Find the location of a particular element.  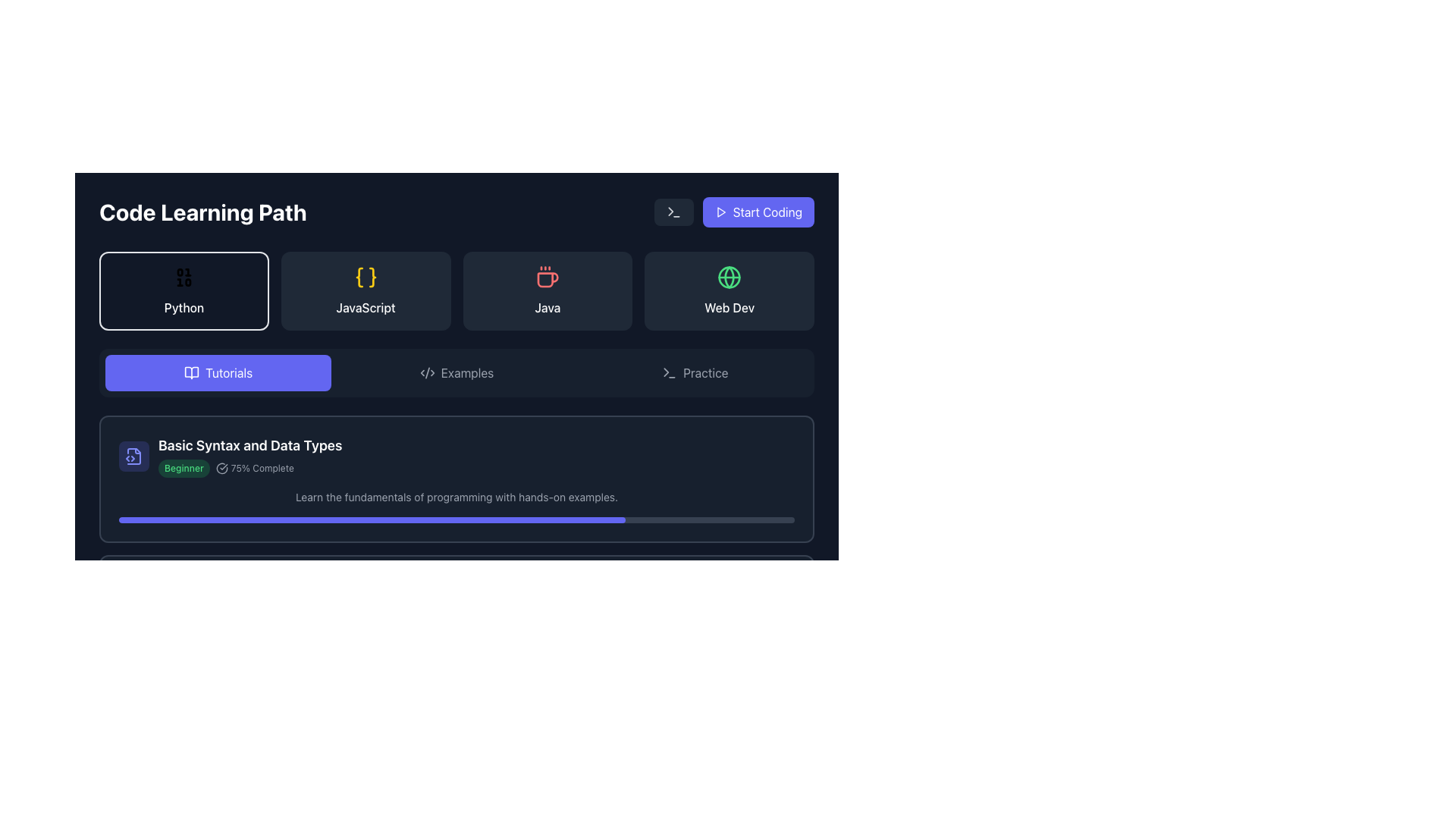

the terminal icon located on the left side of the 'Practice' button, which is the first icon in the sequence before the 'Practice' text label is located at coordinates (669, 373).